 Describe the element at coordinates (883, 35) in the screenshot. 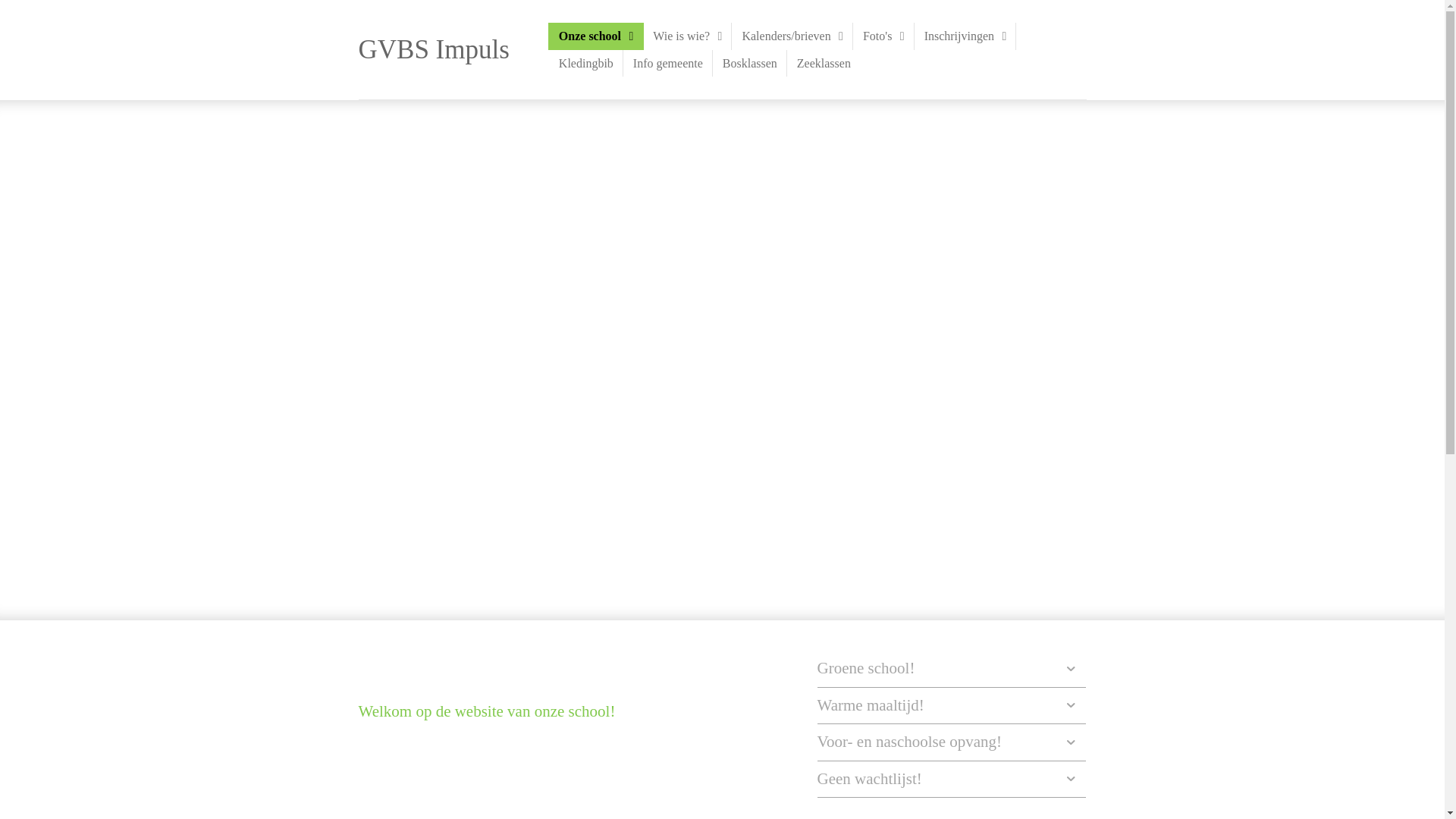

I see `'Foto's'` at that location.